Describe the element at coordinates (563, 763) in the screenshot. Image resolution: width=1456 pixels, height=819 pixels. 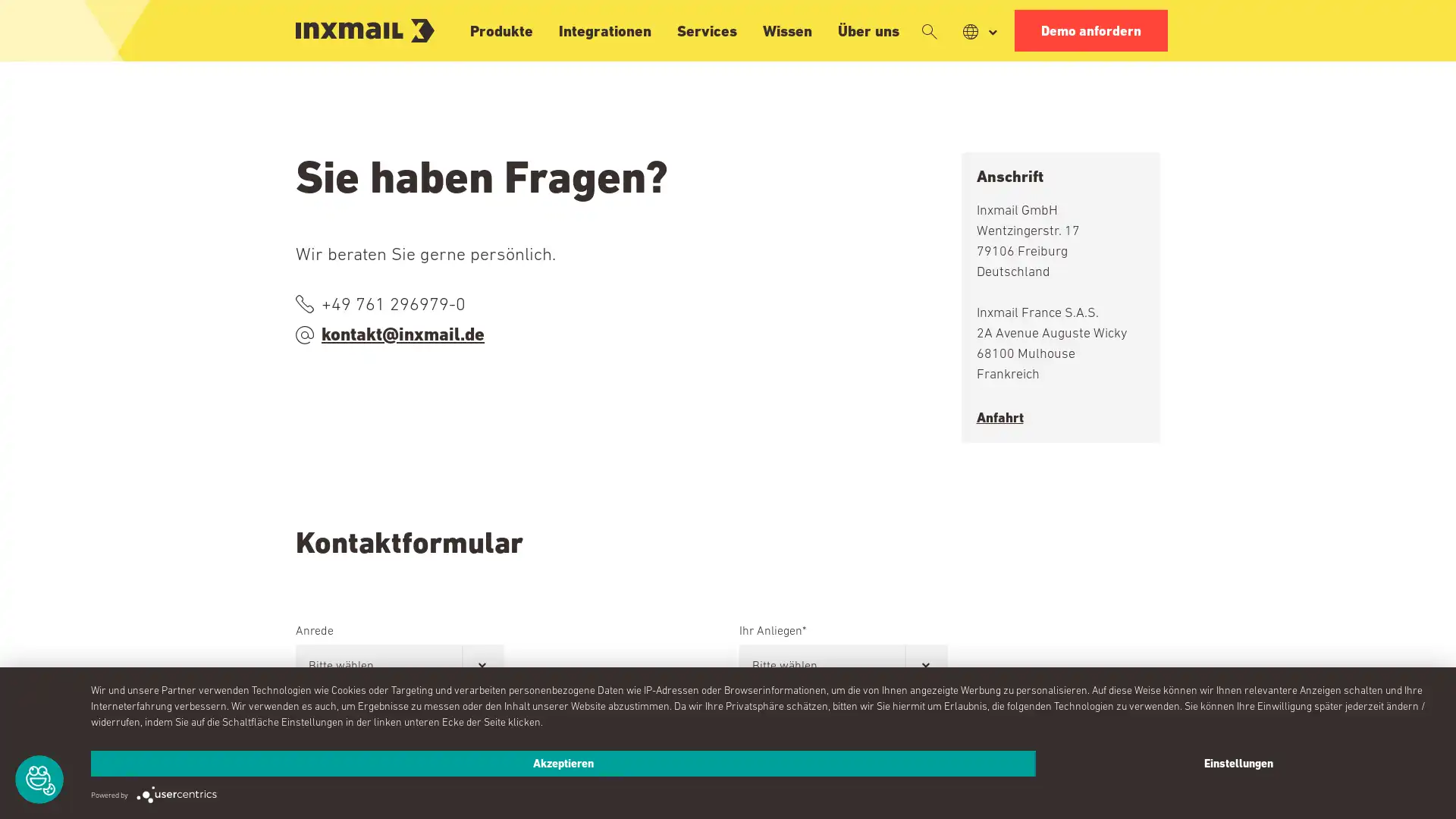
I see `Akzeptieren` at that location.